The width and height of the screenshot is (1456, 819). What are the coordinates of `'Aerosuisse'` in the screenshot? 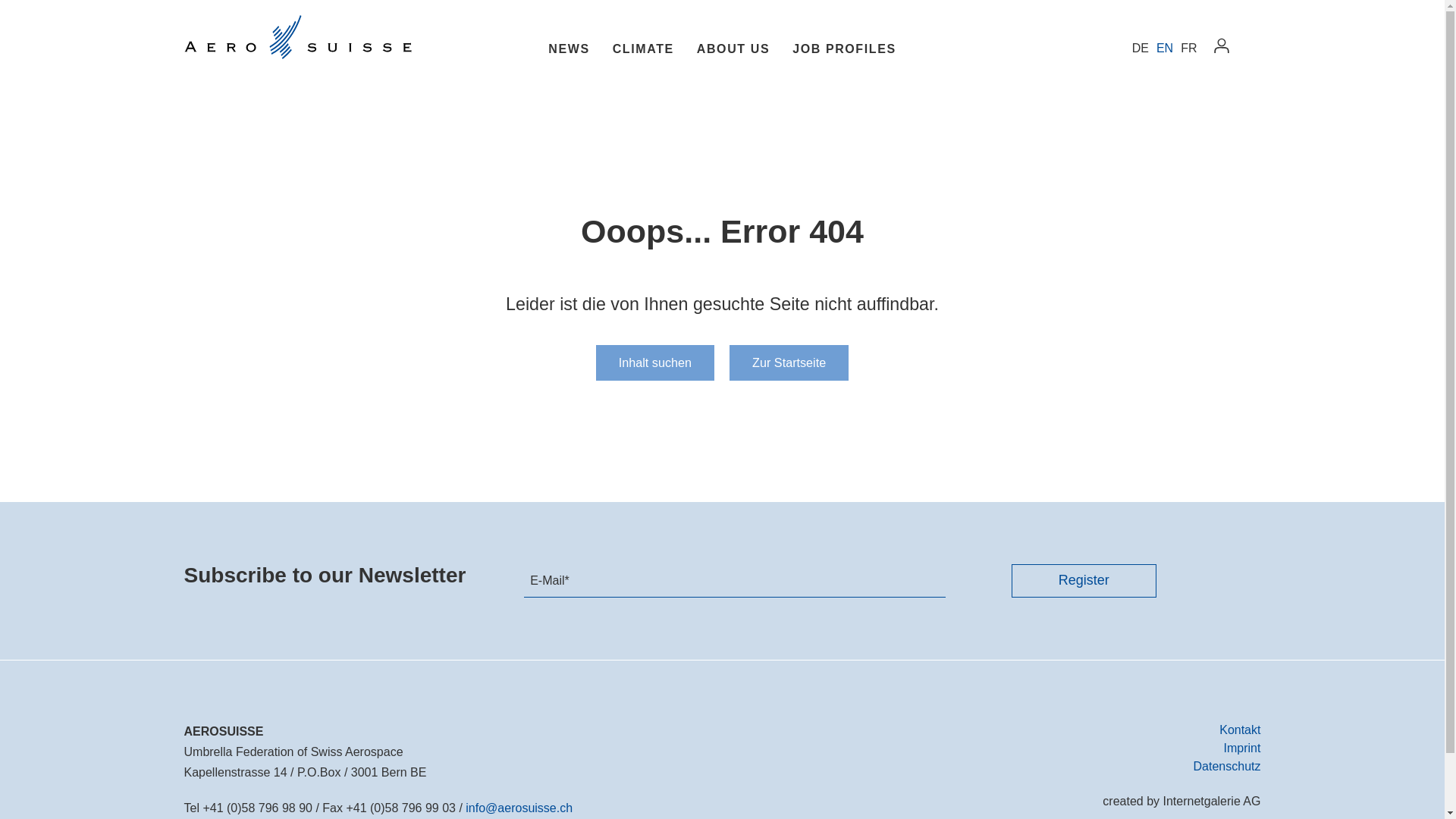 It's located at (297, 36).